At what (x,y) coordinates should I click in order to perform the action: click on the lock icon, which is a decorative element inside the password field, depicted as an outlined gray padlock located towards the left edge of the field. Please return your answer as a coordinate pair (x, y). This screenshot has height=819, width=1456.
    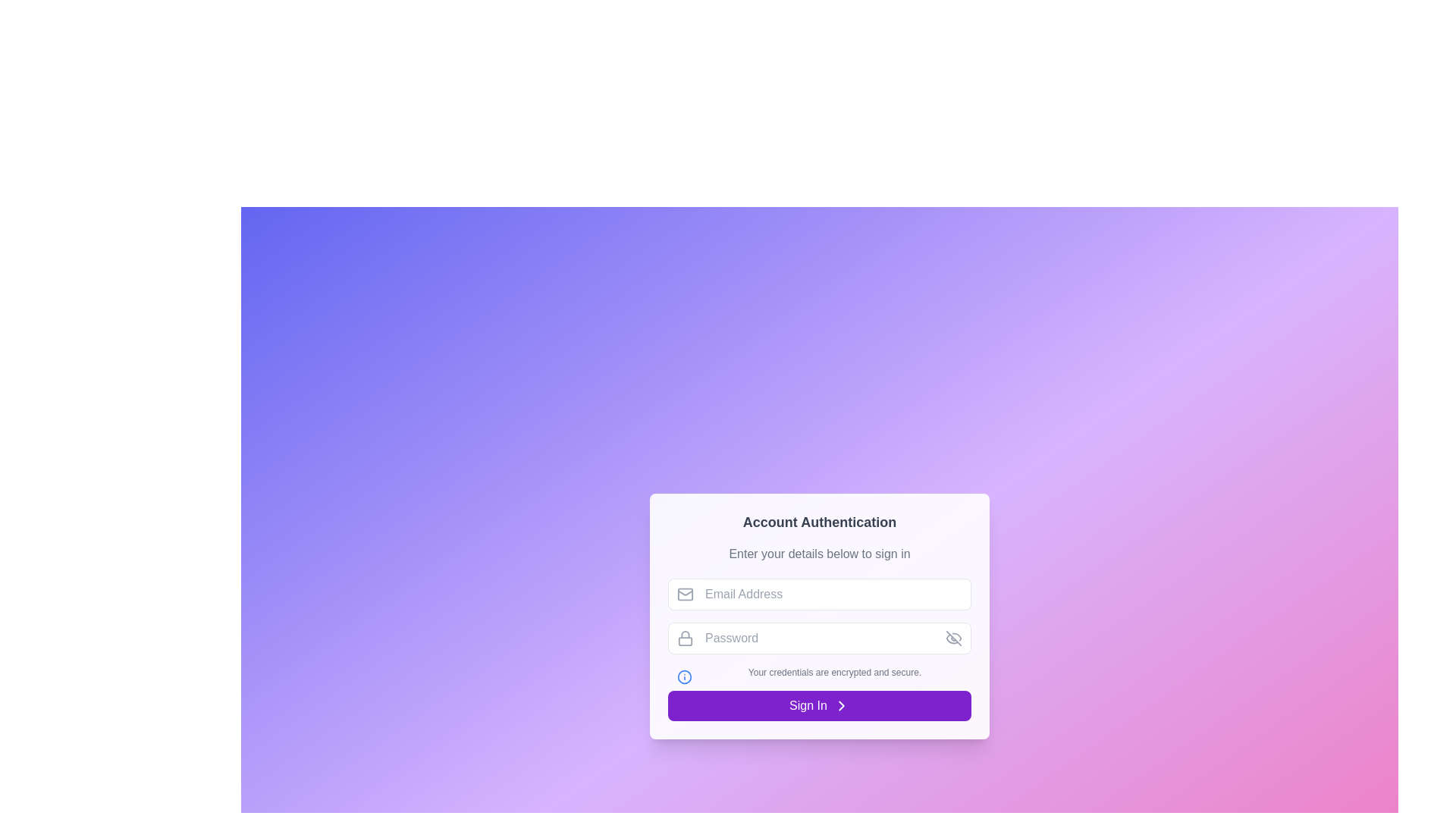
    Looking at the image, I should click on (684, 638).